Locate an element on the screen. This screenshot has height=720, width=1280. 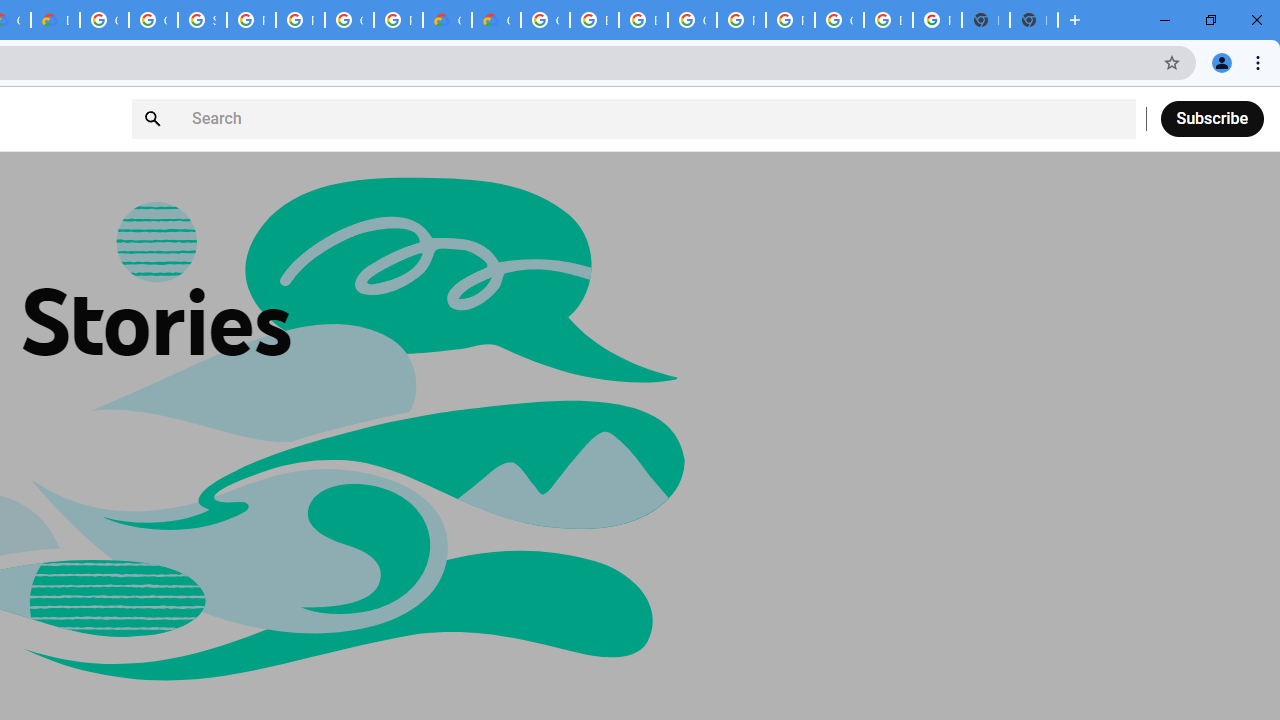
'Customer Care | Google Cloud' is located at coordinates (446, 20).